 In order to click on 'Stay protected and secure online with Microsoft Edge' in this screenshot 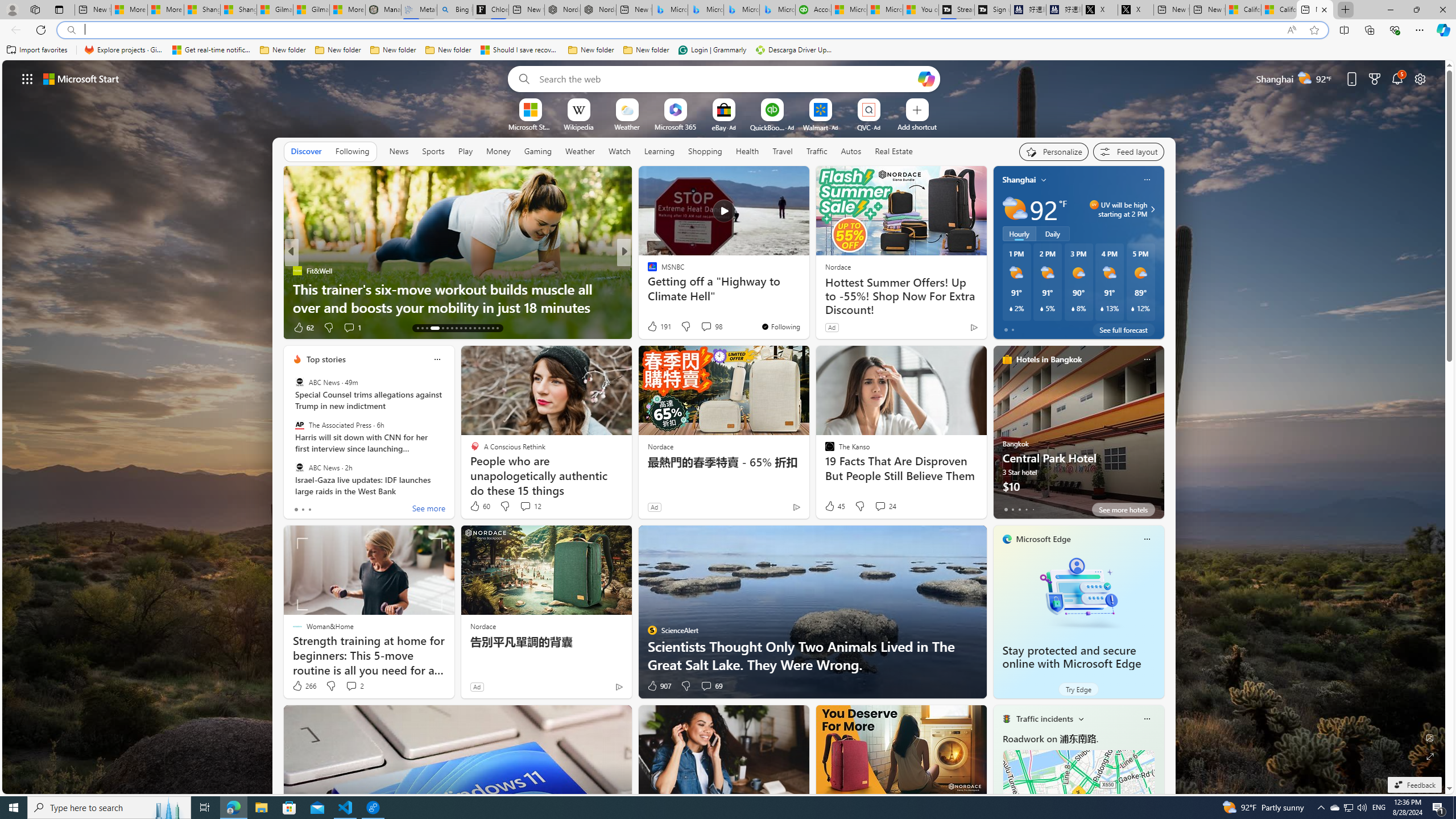, I will do `click(1078, 592)`.